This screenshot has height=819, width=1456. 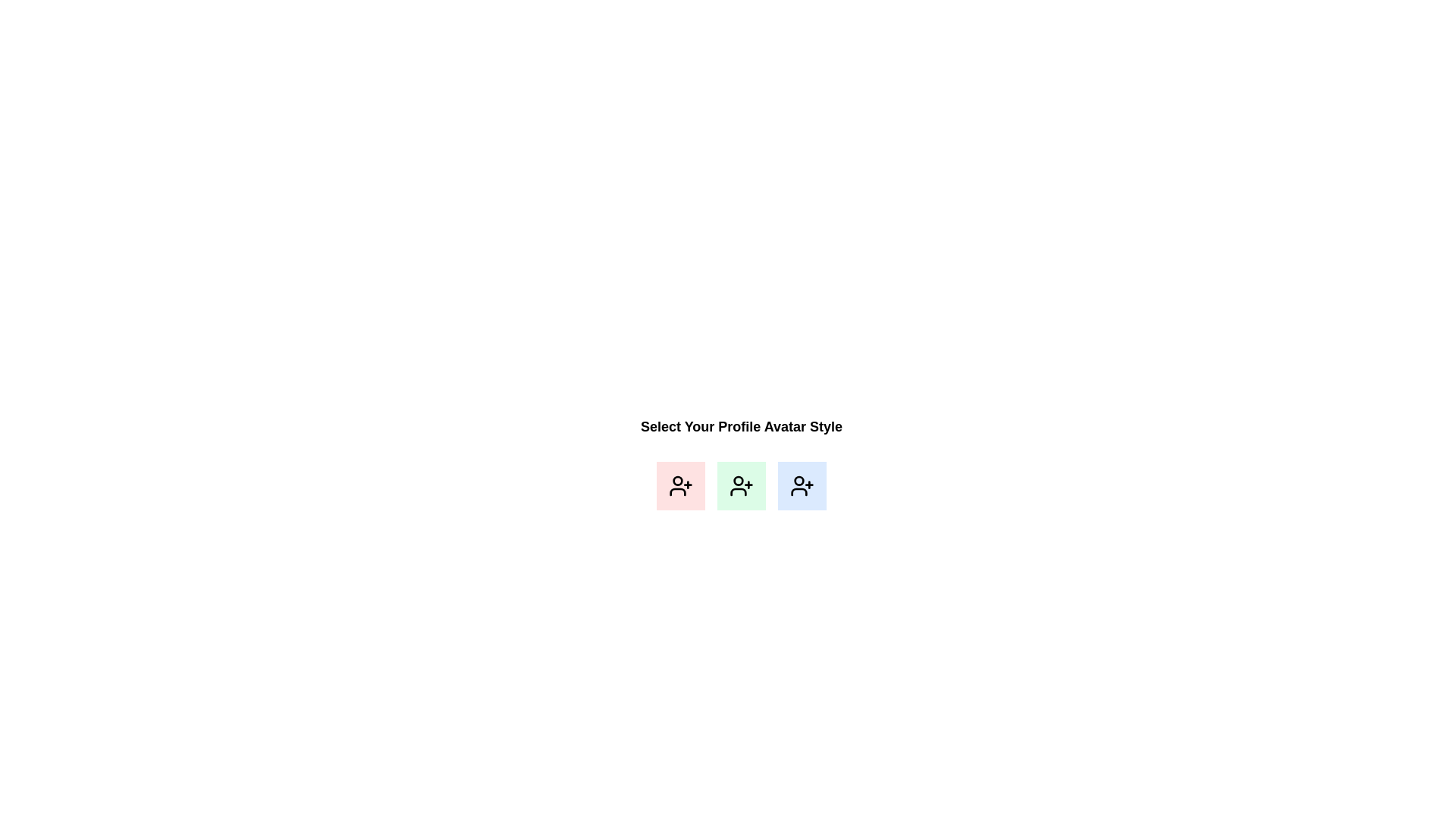 I want to click on the small circular shape located in the upper-left area of the leftmost profile icon among three icons, so click(x=676, y=480).